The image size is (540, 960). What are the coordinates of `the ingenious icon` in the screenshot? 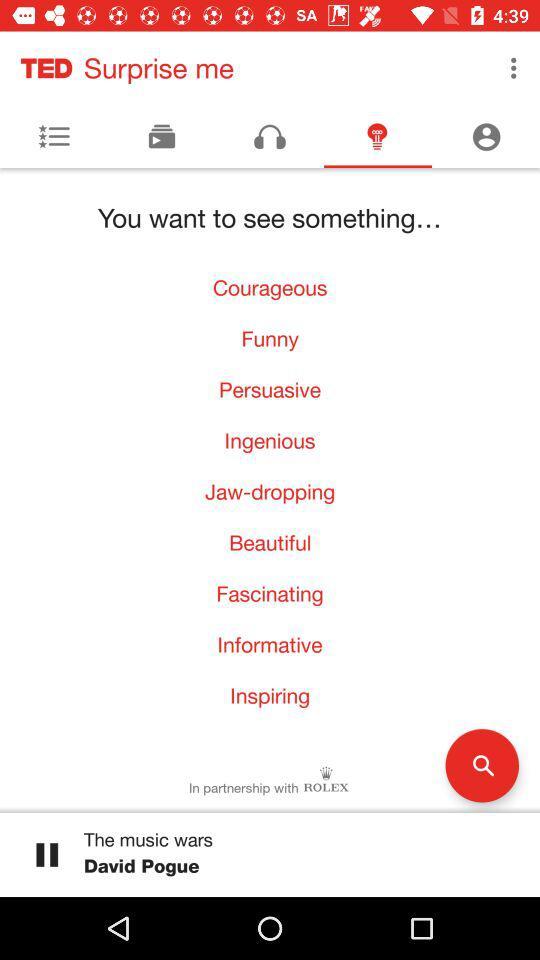 It's located at (270, 440).